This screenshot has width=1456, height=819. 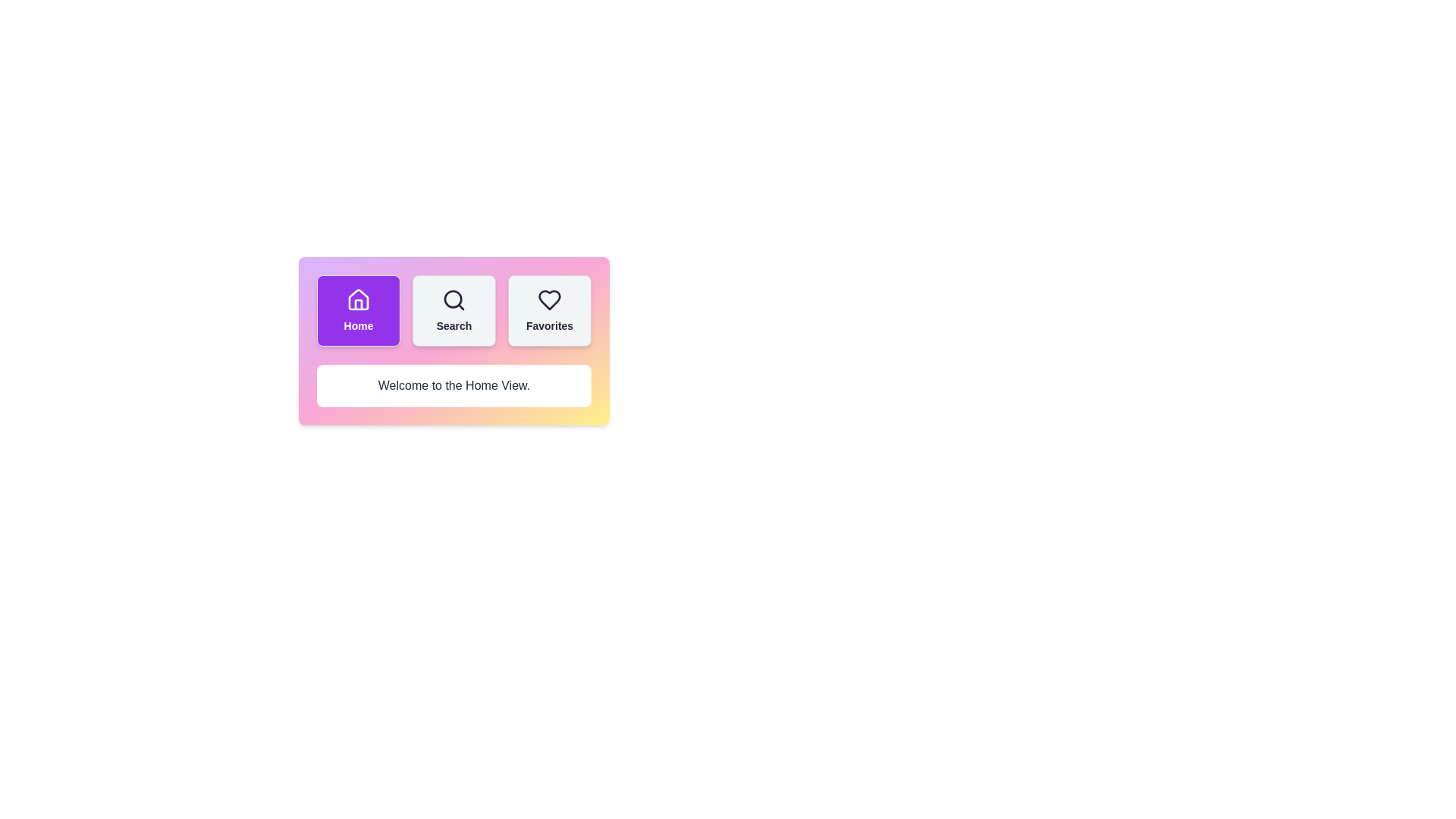 I want to click on the black heart outline icon located within the 'Favorites' button in the toolbar, so click(x=548, y=300).